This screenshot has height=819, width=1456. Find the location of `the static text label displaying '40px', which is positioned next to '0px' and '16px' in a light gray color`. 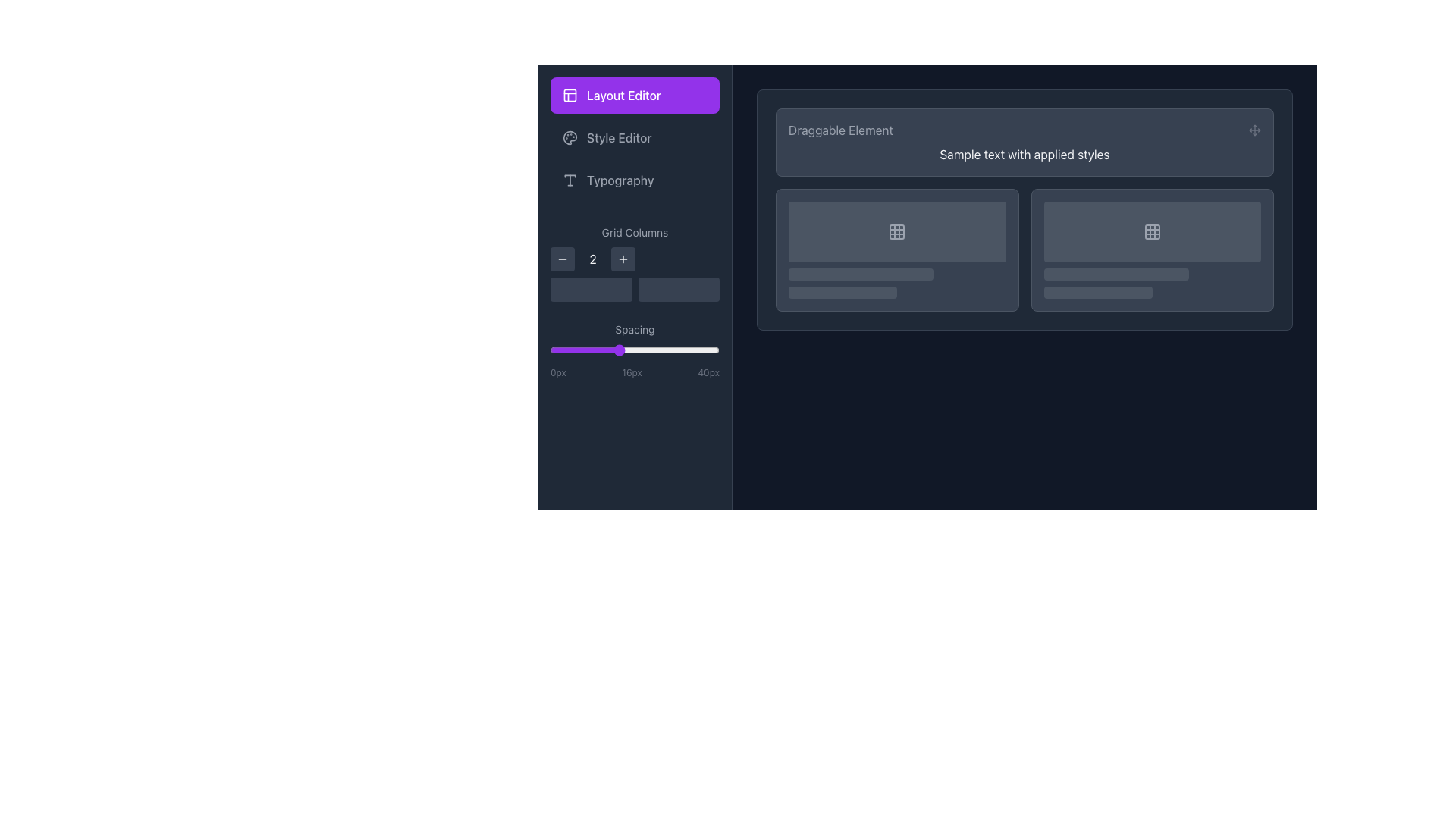

the static text label displaying '40px', which is positioned next to '0px' and '16px' in a light gray color is located at coordinates (708, 373).